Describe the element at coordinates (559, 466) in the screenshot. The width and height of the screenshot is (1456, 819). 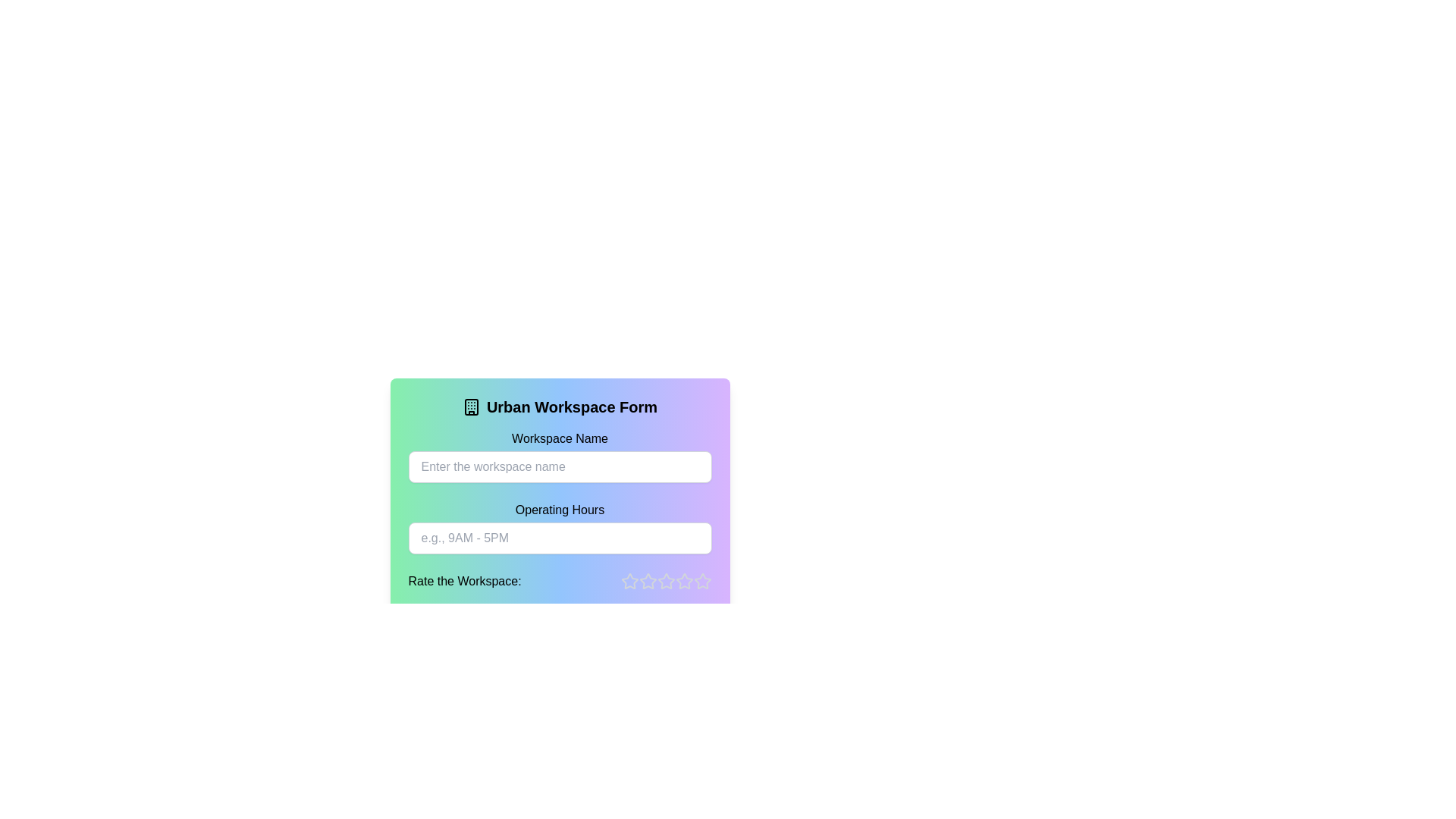
I see `the text input field for entering the workspace name, located beneath the label 'Workspace Name' to focus the input area` at that location.